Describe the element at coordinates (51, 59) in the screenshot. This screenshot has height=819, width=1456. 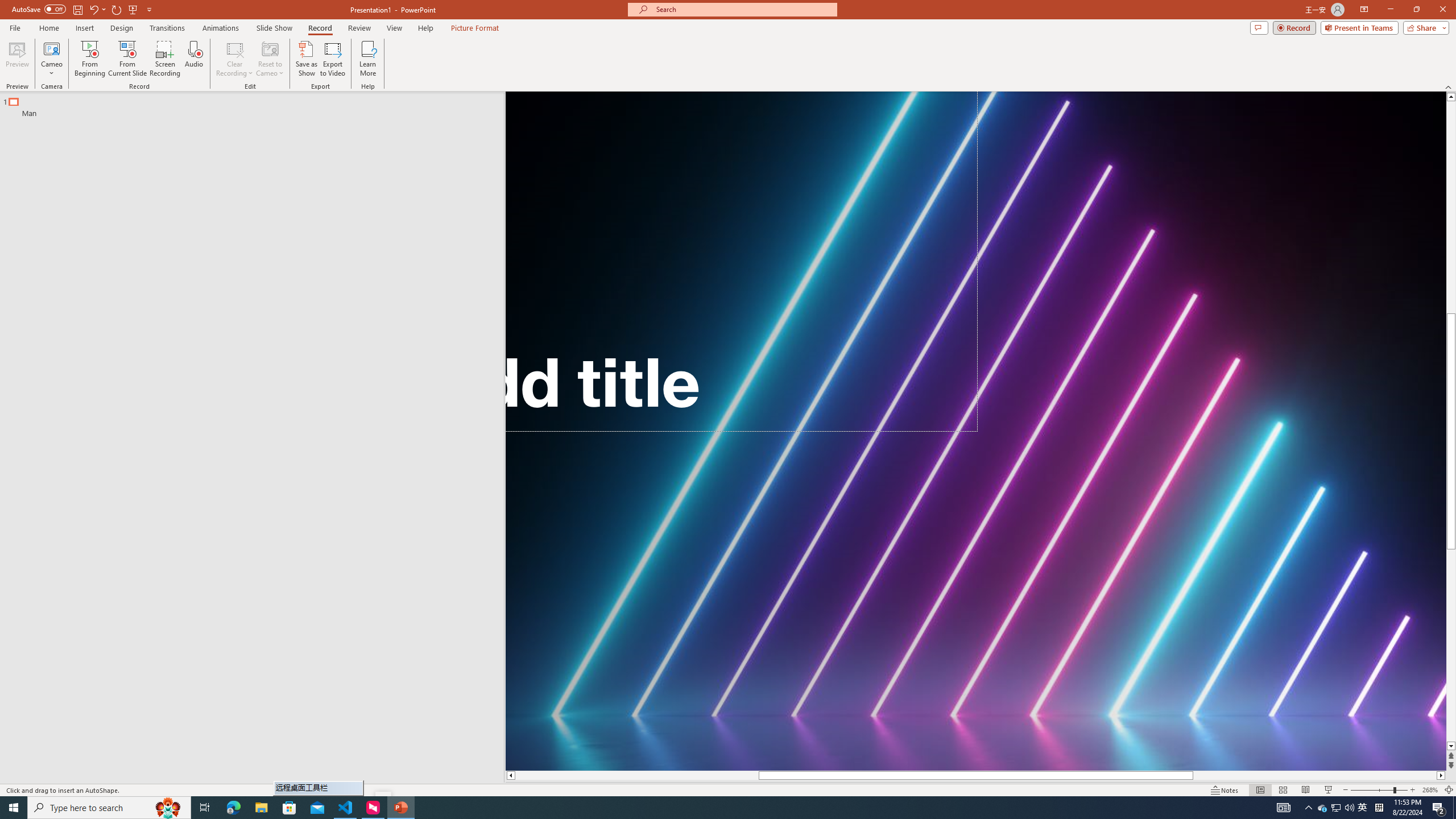
I see `'Cameo'` at that location.